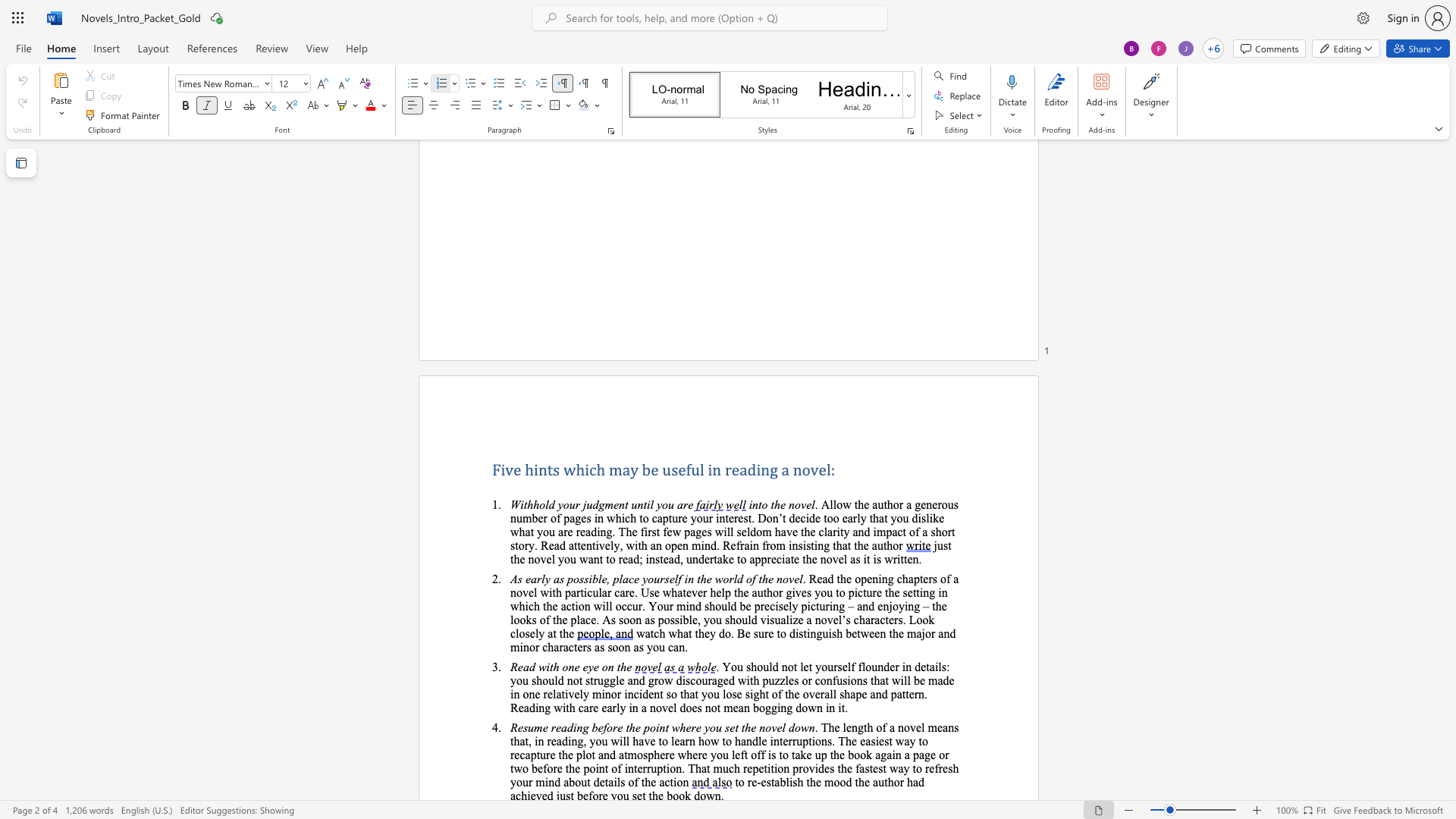 The image size is (1456, 819). I want to click on the space between the continuous character "c" and "h" in the text, so click(596, 469).